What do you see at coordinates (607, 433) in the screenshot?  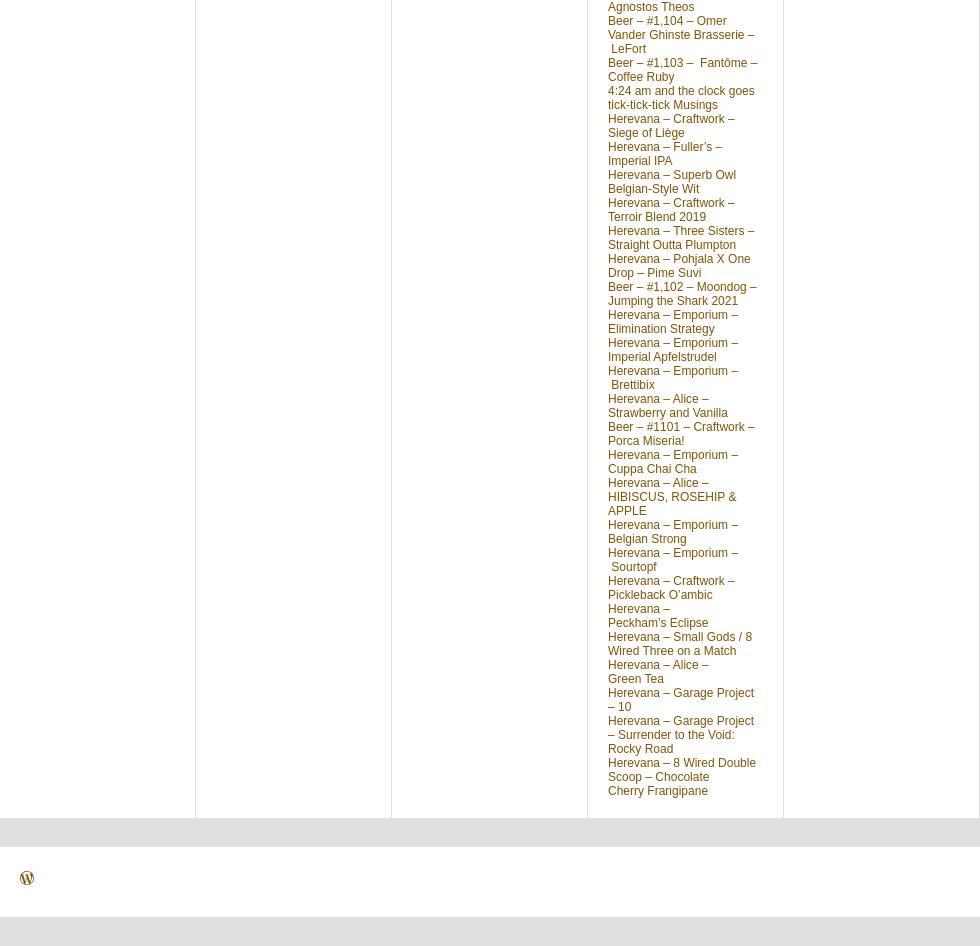 I see `'Beer – #1101 – Craftwork – Porca Miseria!'` at bounding box center [607, 433].